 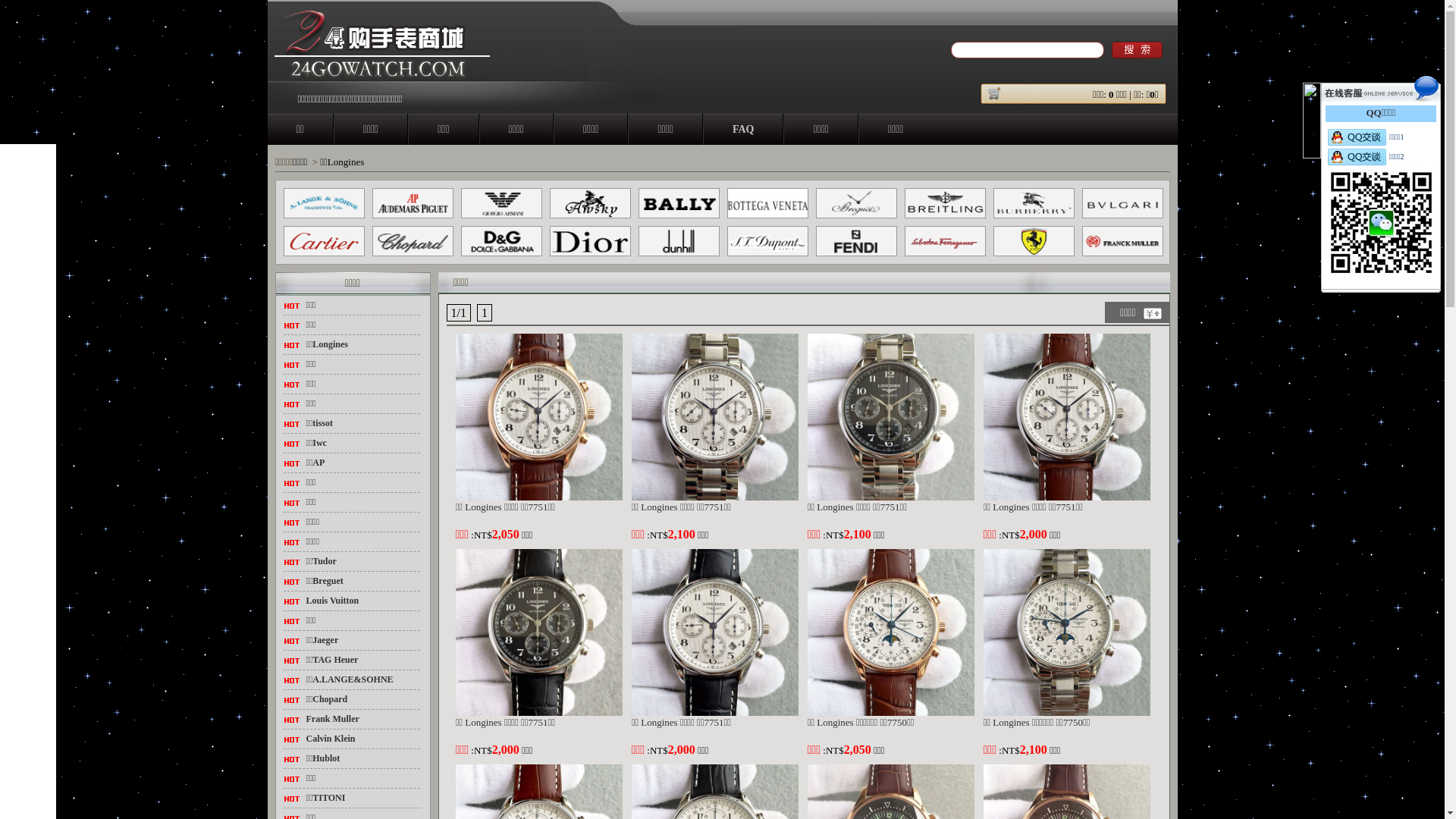 What do you see at coordinates (1111, 49) in the screenshot?
I see `'search'` at bounding box center [1111, 49].